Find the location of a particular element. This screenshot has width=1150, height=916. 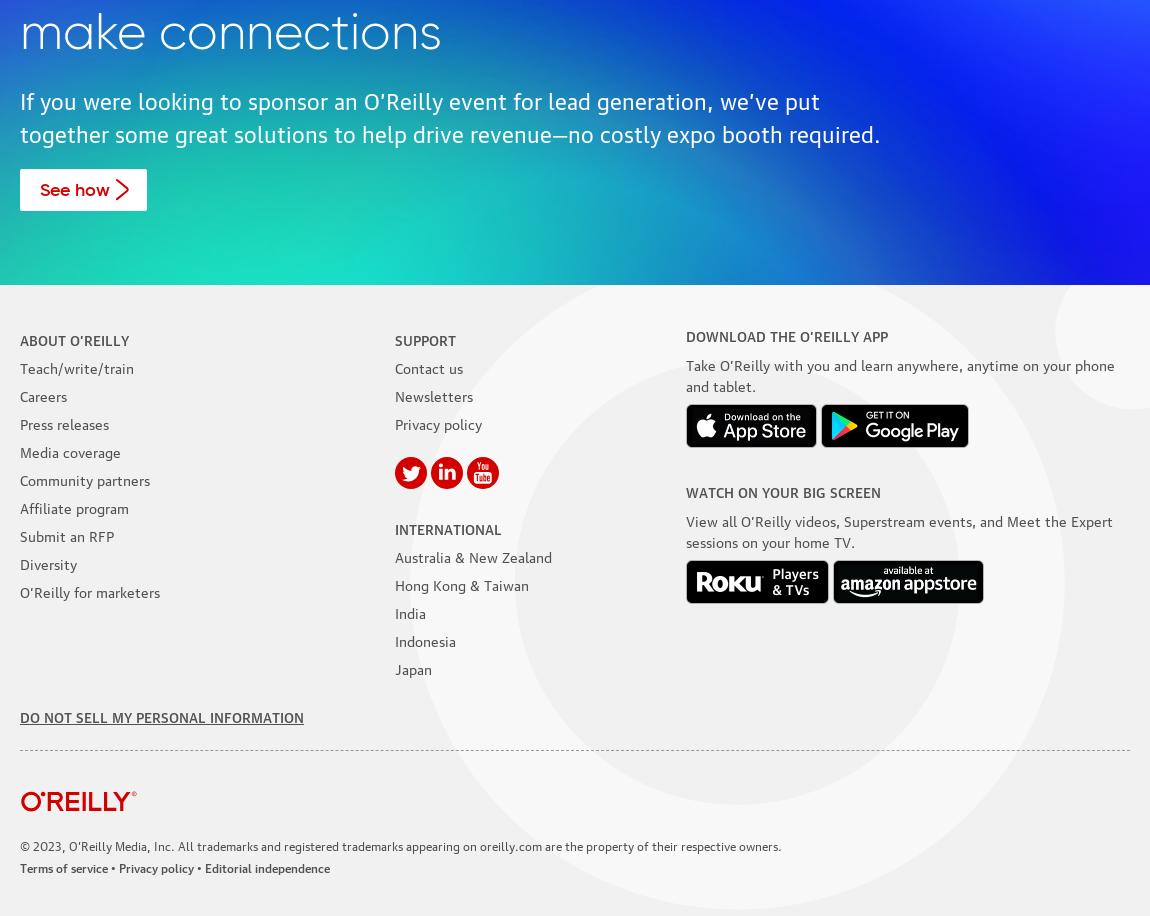

'See how' is located at coordinates (73, 188).